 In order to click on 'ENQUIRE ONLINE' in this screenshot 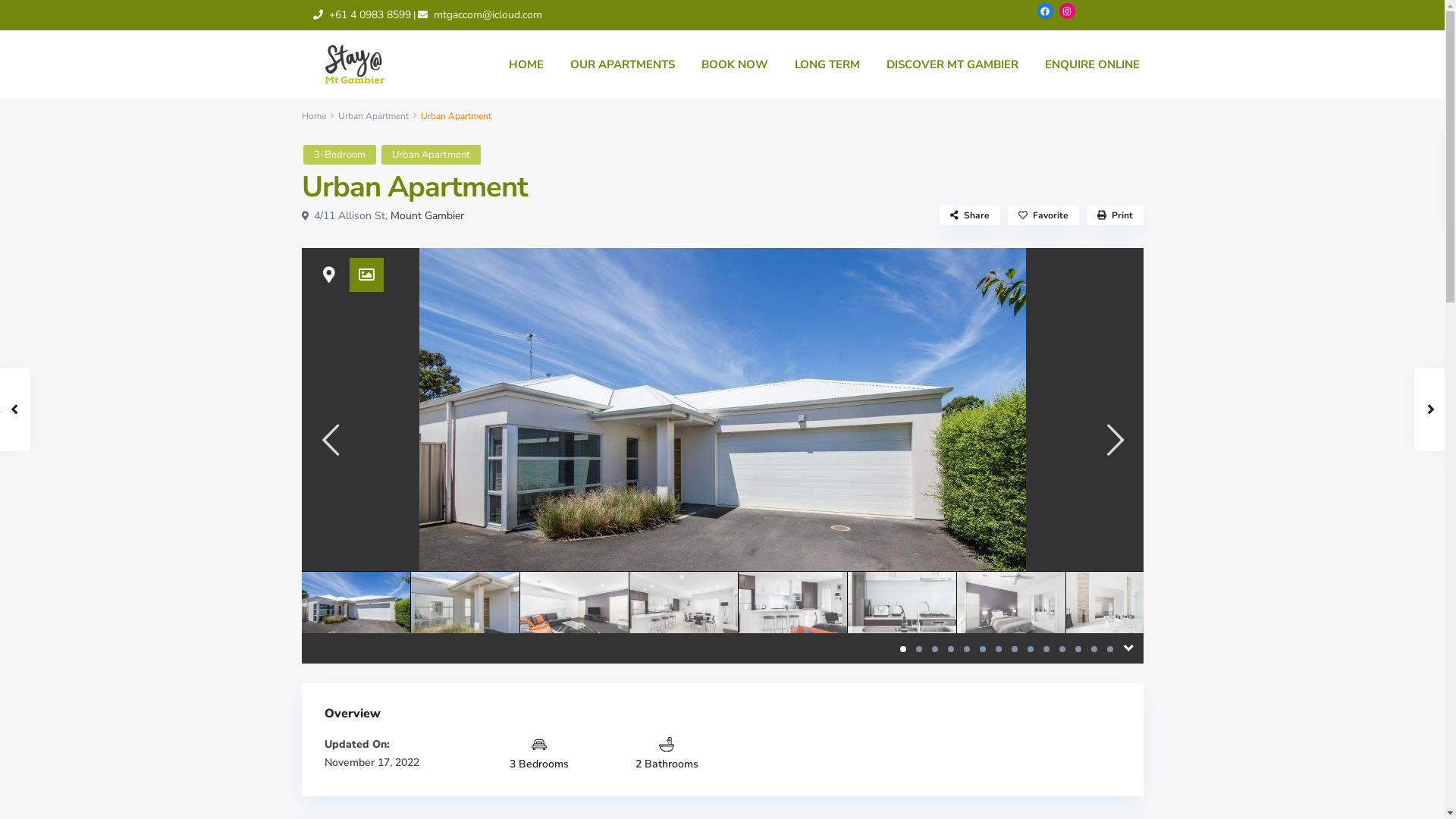, I will do `click(1032, 63)`.